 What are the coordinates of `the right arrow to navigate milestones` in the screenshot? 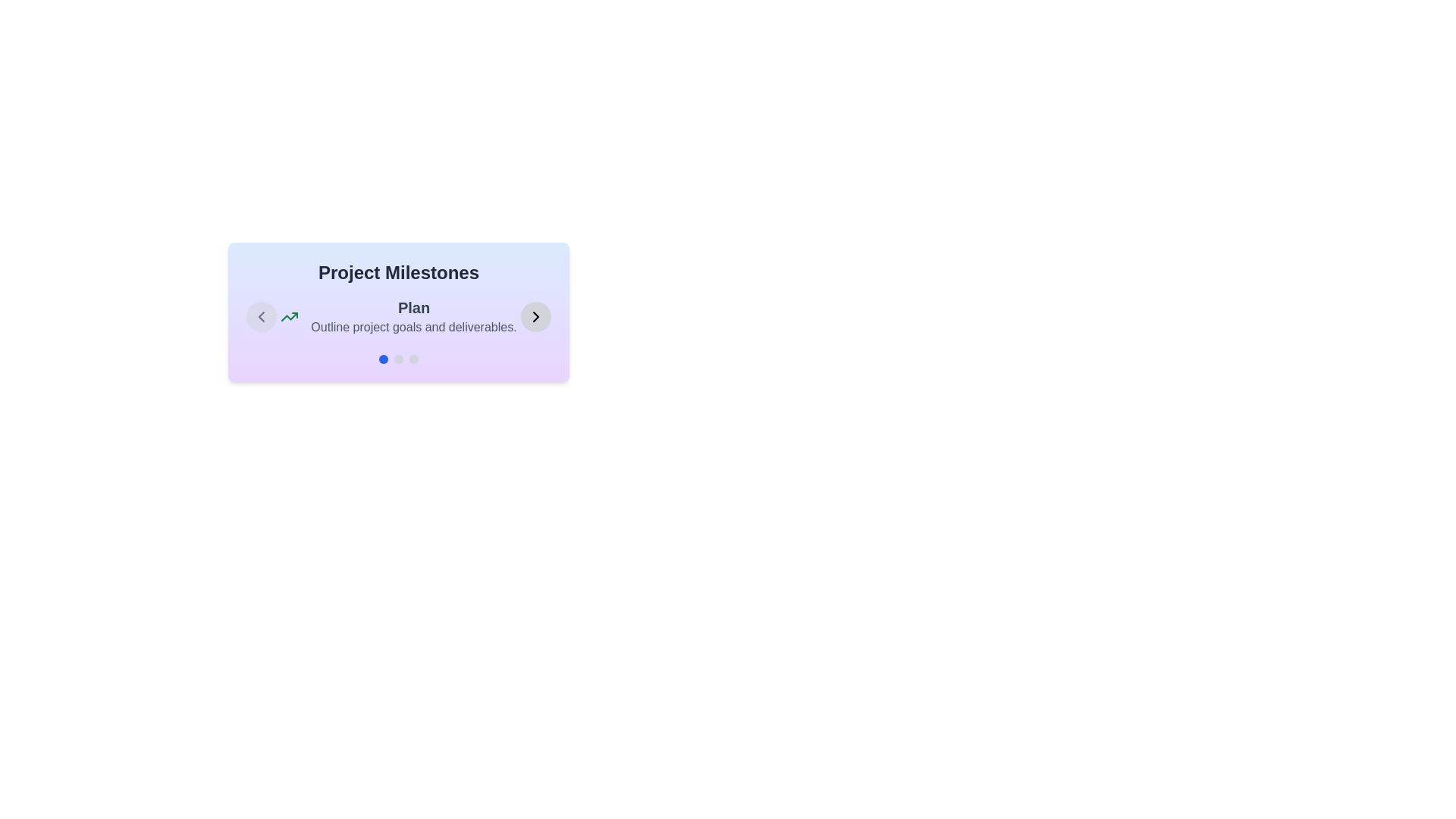 It's located at (535, 315).